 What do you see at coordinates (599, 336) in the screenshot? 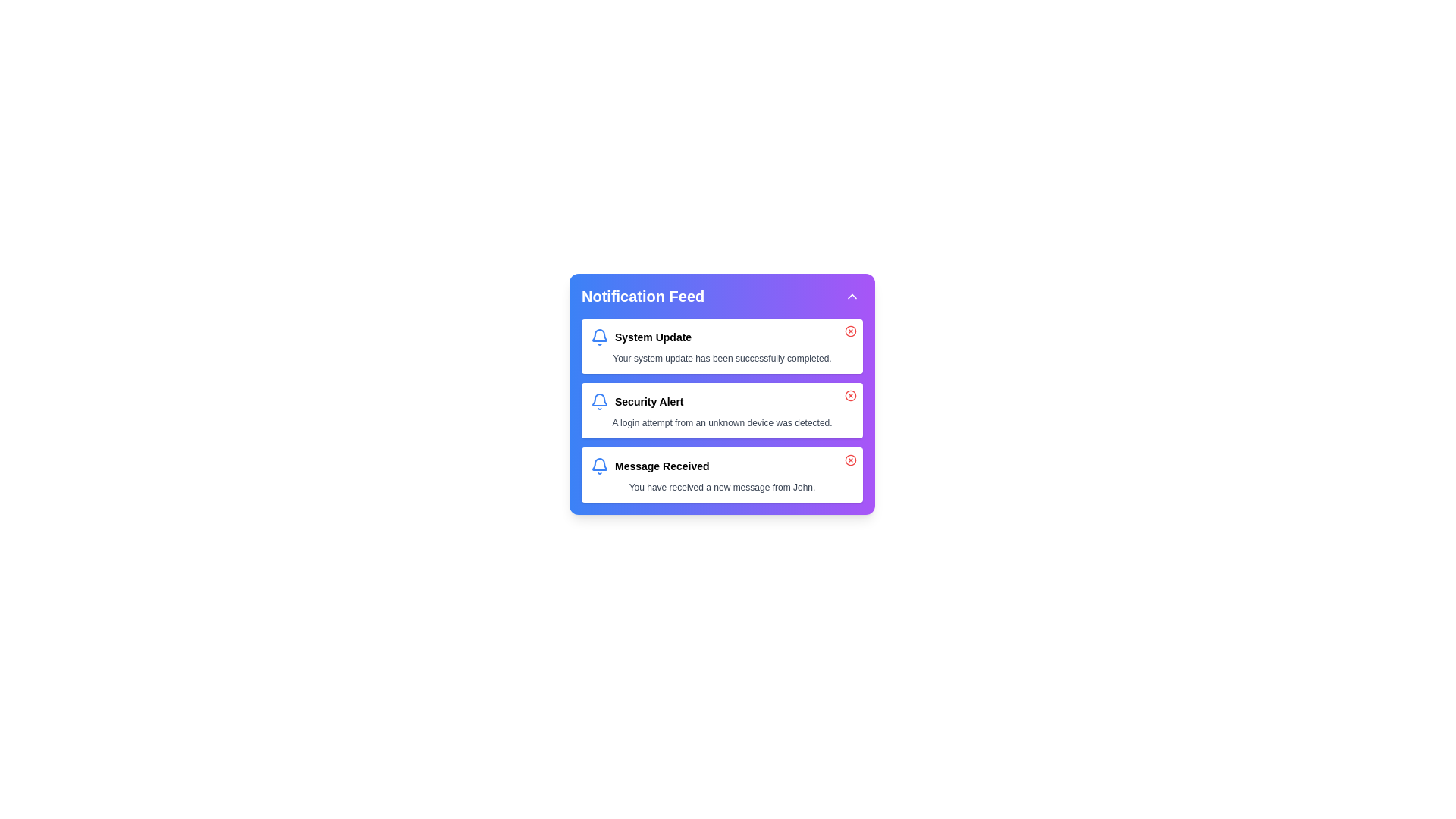
I see `the bell icon indicating a notification for the 'System Update'` at bounding box center [599, 336].